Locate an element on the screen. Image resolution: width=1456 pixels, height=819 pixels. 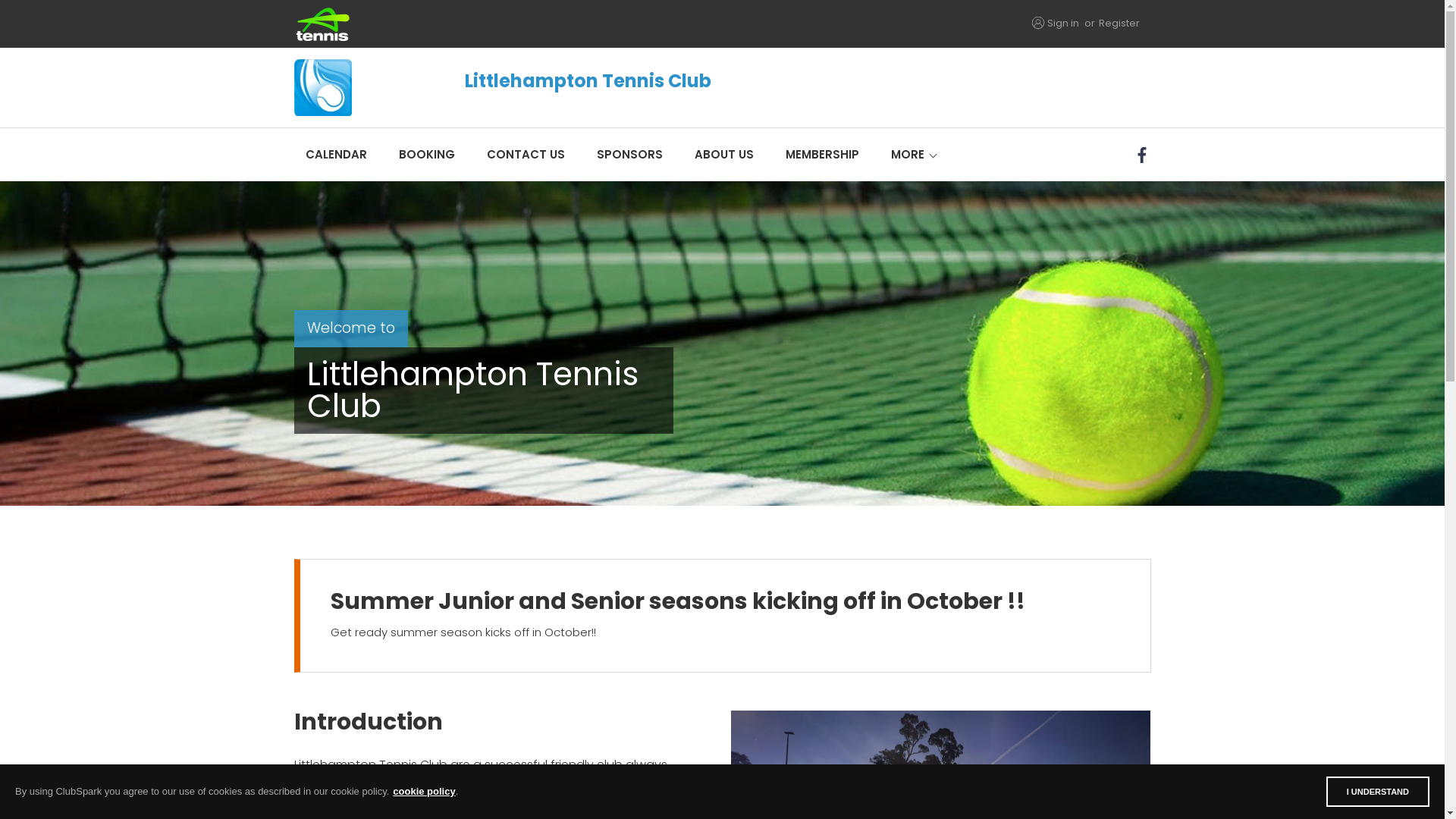
'CONTACT US' is located at coordinates (525, 155).